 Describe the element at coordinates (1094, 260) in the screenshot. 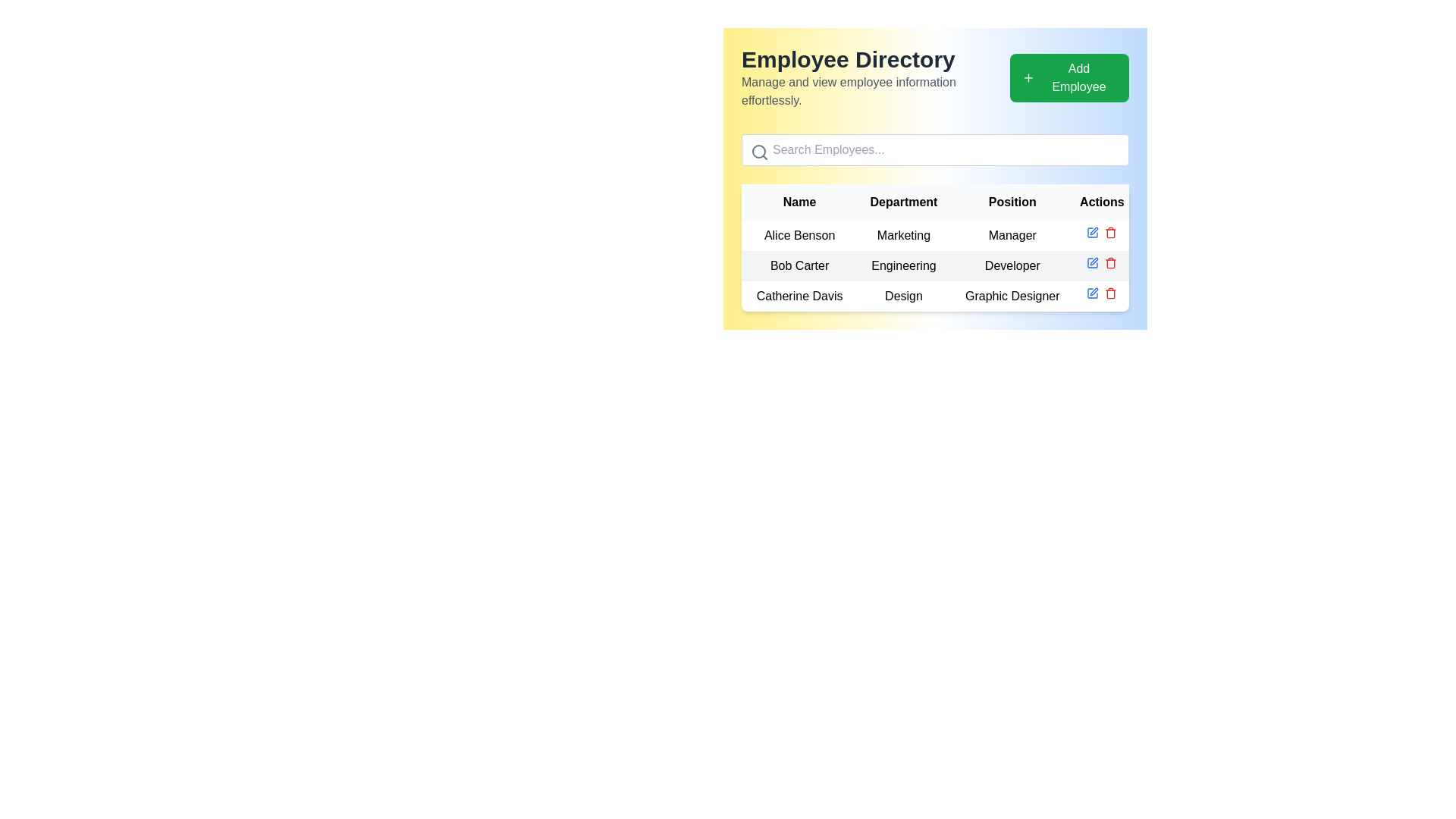

I see `the pen icon button in the 'Actions' column to initiate editing for the entry of Bob Carter` at that location.